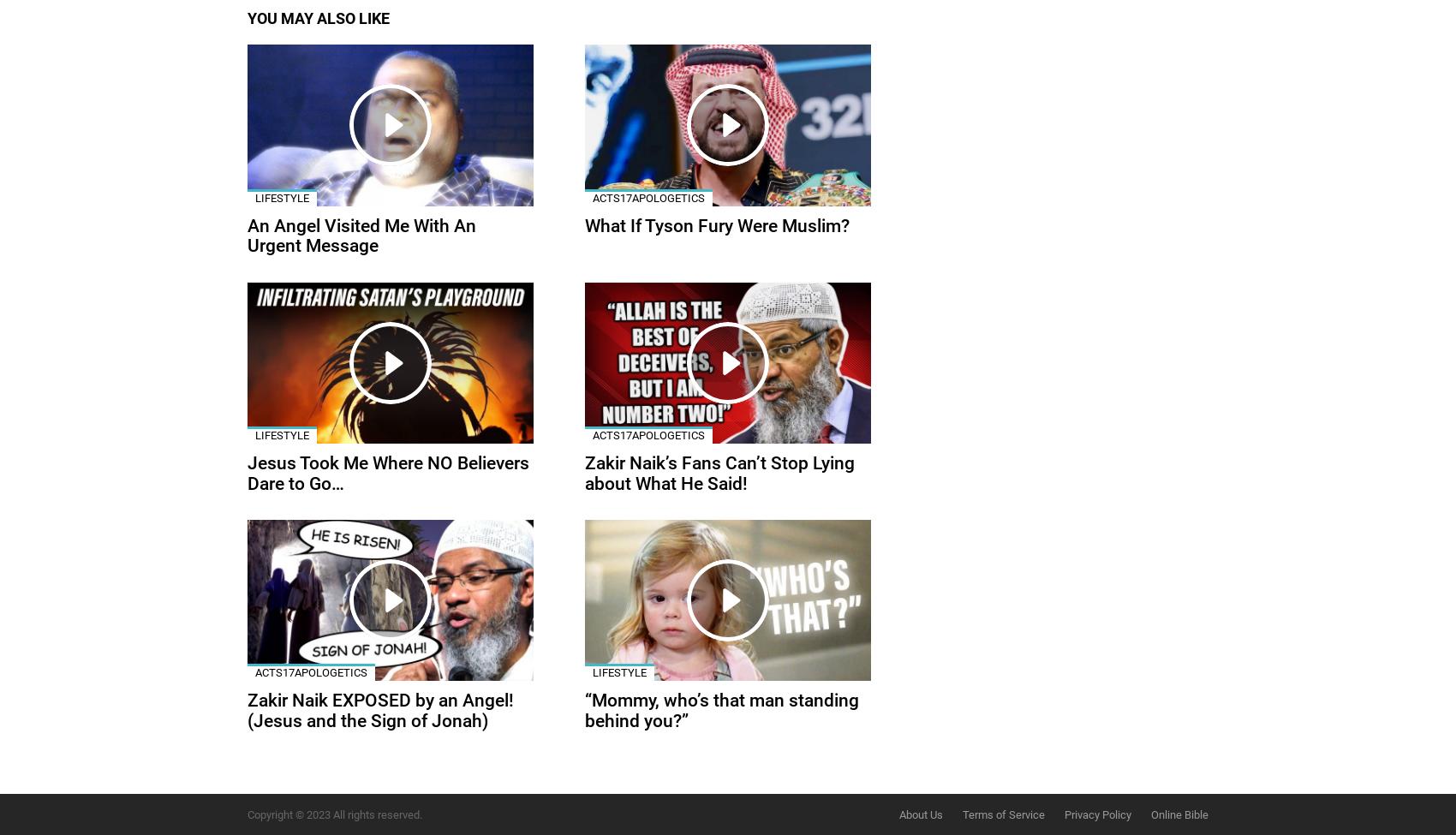 This screenshot has height=835, width=1456. I want to click on 'Privacy Policy', so click(1097, 813).